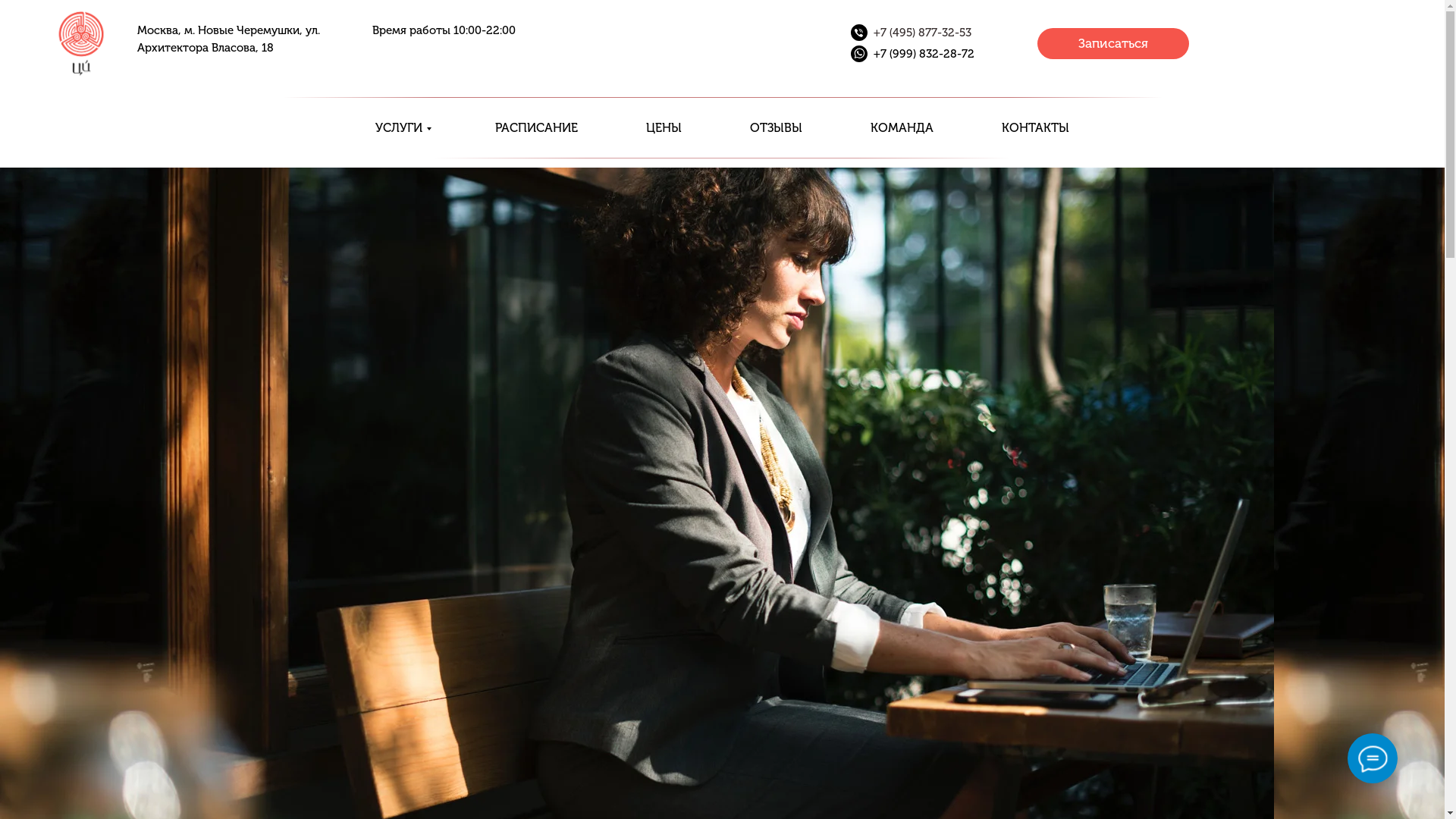  What do you see at coordinates (874, 32) in the screenshot?
I see `'+7 (495) 877-32-53'` at bounding box center [874, 32].